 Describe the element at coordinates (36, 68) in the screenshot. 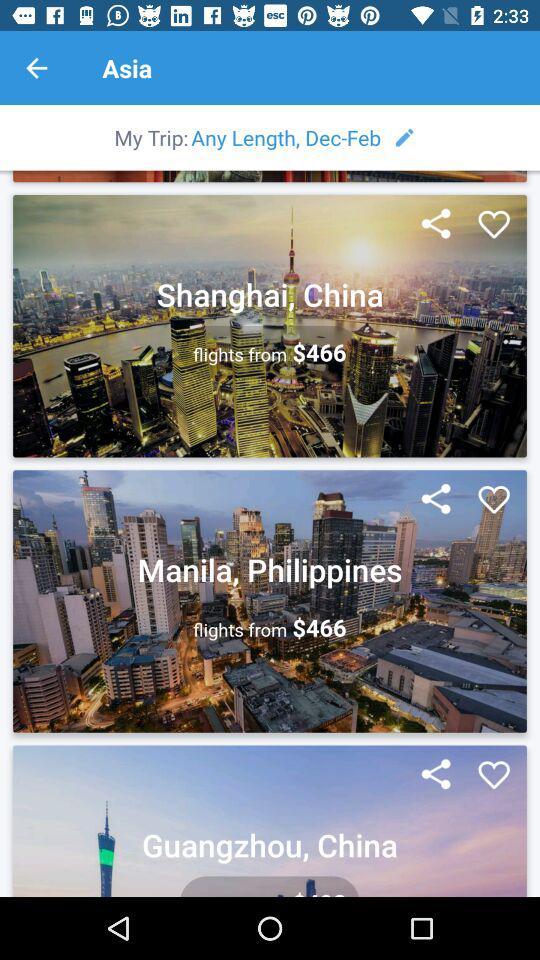

I see `icon to the left of asia item` at that location.